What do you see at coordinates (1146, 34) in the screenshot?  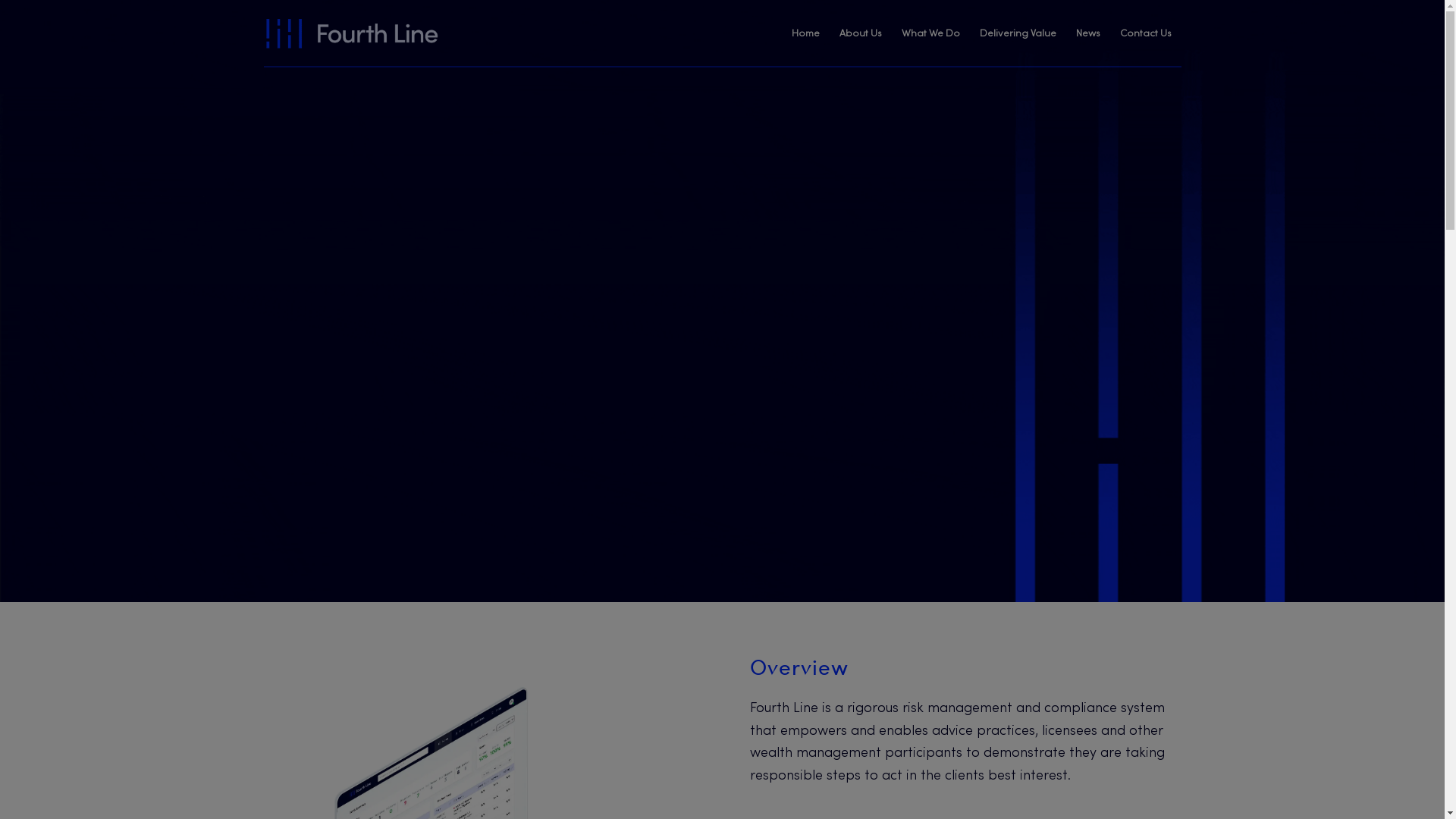 I see `'Contact Us'` at bounding box center [1146, 34].